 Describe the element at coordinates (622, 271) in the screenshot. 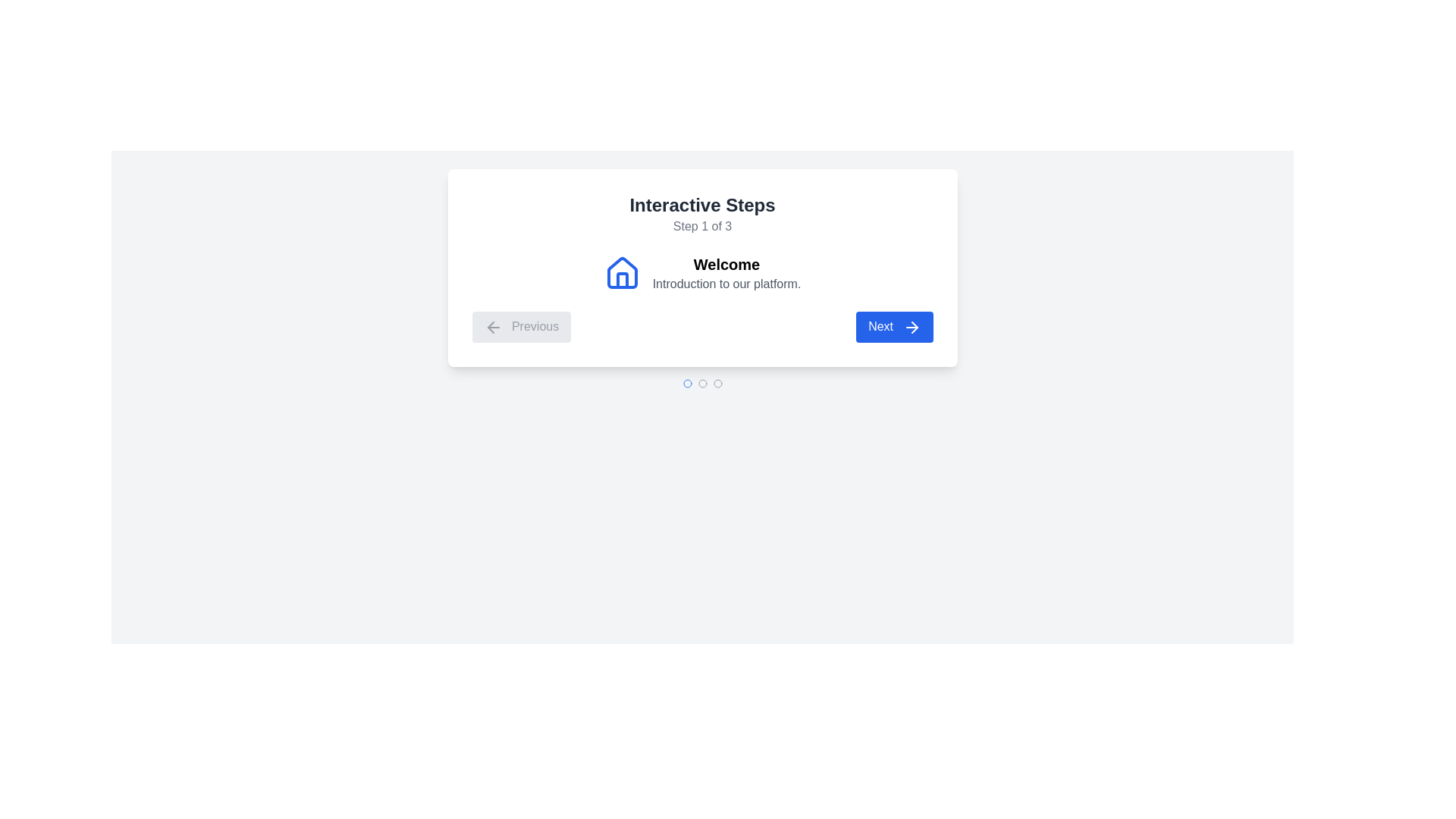

I see `the decorative 'Welcome' icon located at the center of the card interface, positioned directly above the text labeled 'Welcome'` at that location.